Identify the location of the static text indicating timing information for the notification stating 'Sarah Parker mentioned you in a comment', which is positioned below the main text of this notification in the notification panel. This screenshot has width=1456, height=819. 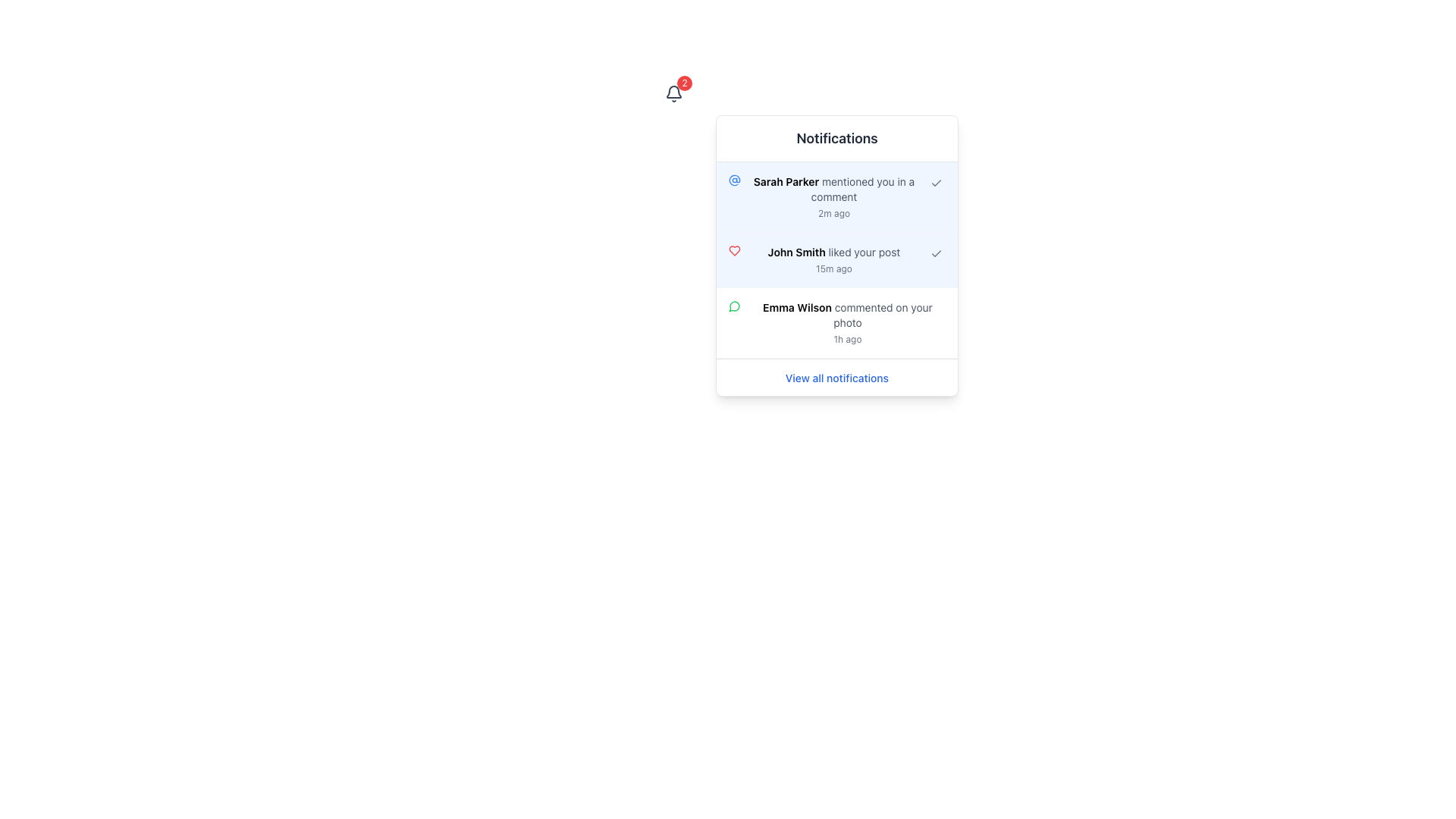
(833, 213).